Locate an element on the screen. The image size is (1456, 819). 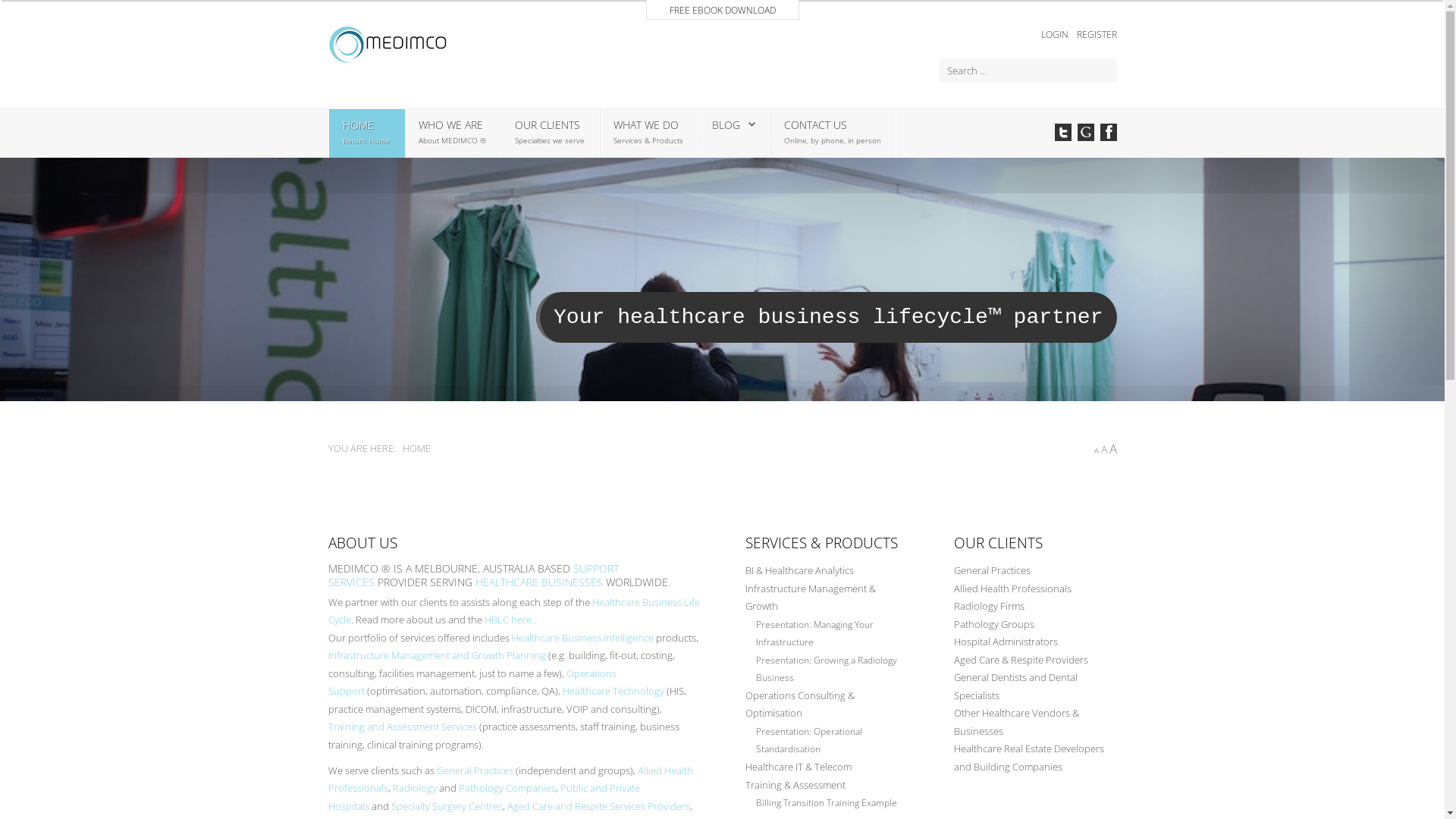
'Training and Assessment Services' is located at coordinates (401, 725).